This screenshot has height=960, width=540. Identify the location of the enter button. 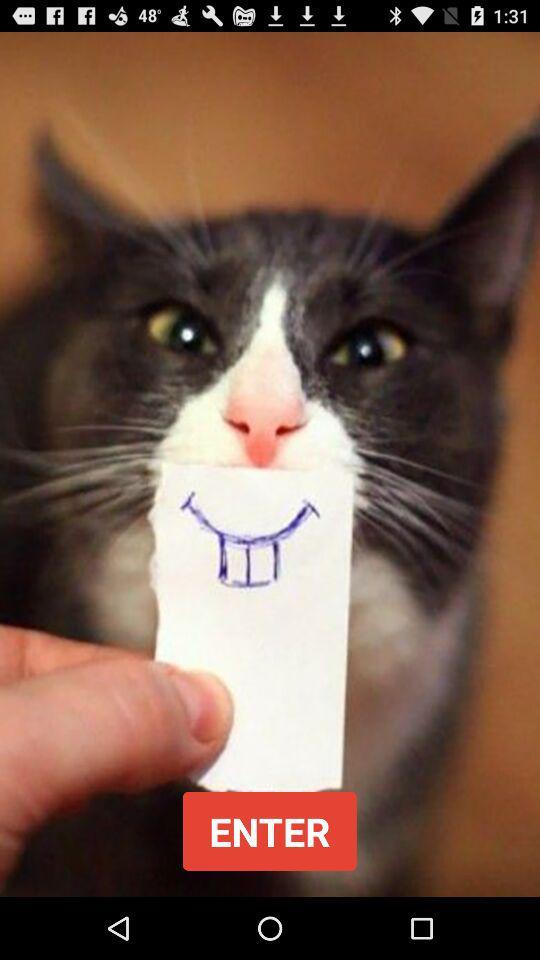
(269, 831).